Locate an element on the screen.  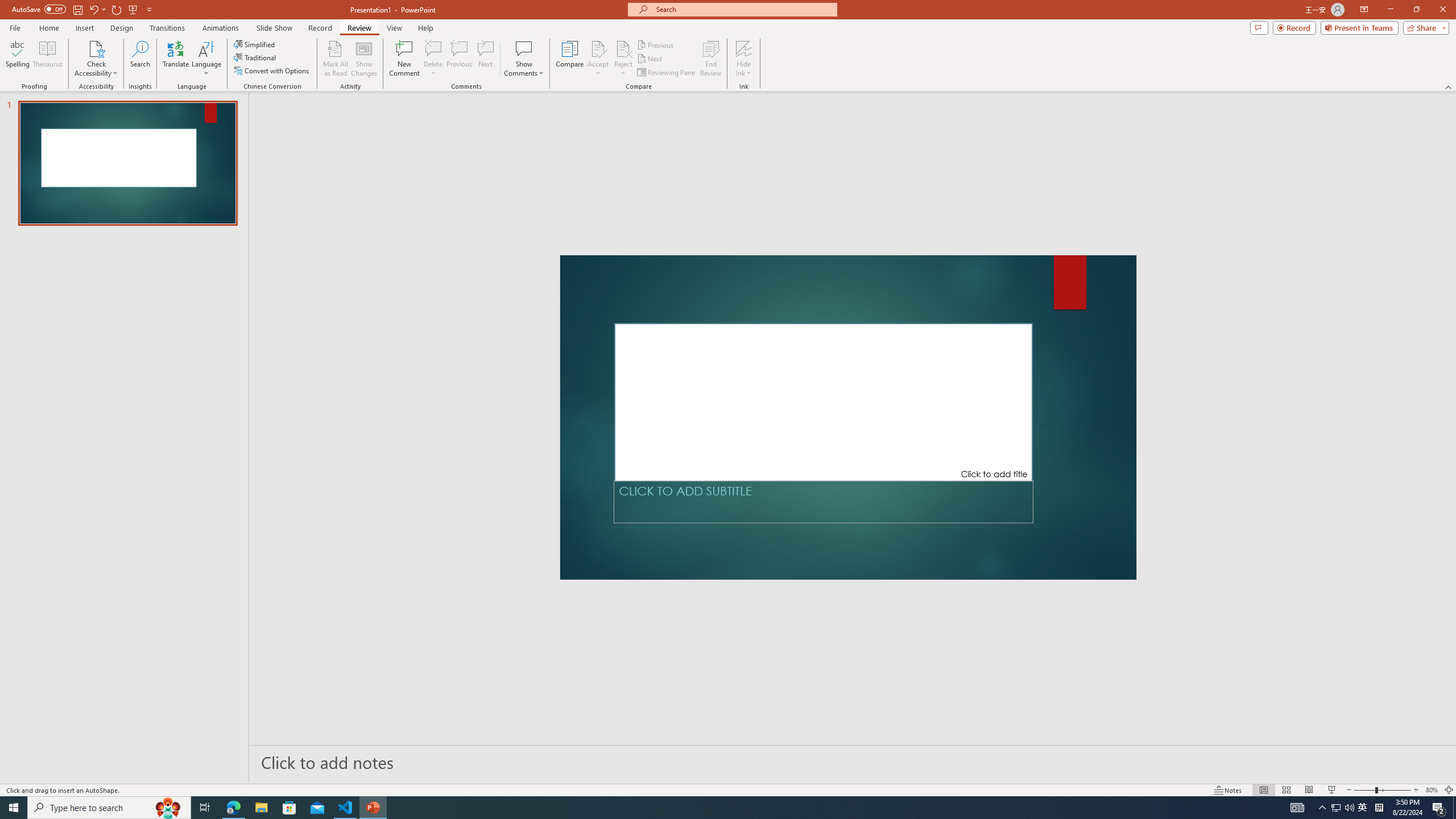
'Language' is located at coordinates (206, 59).